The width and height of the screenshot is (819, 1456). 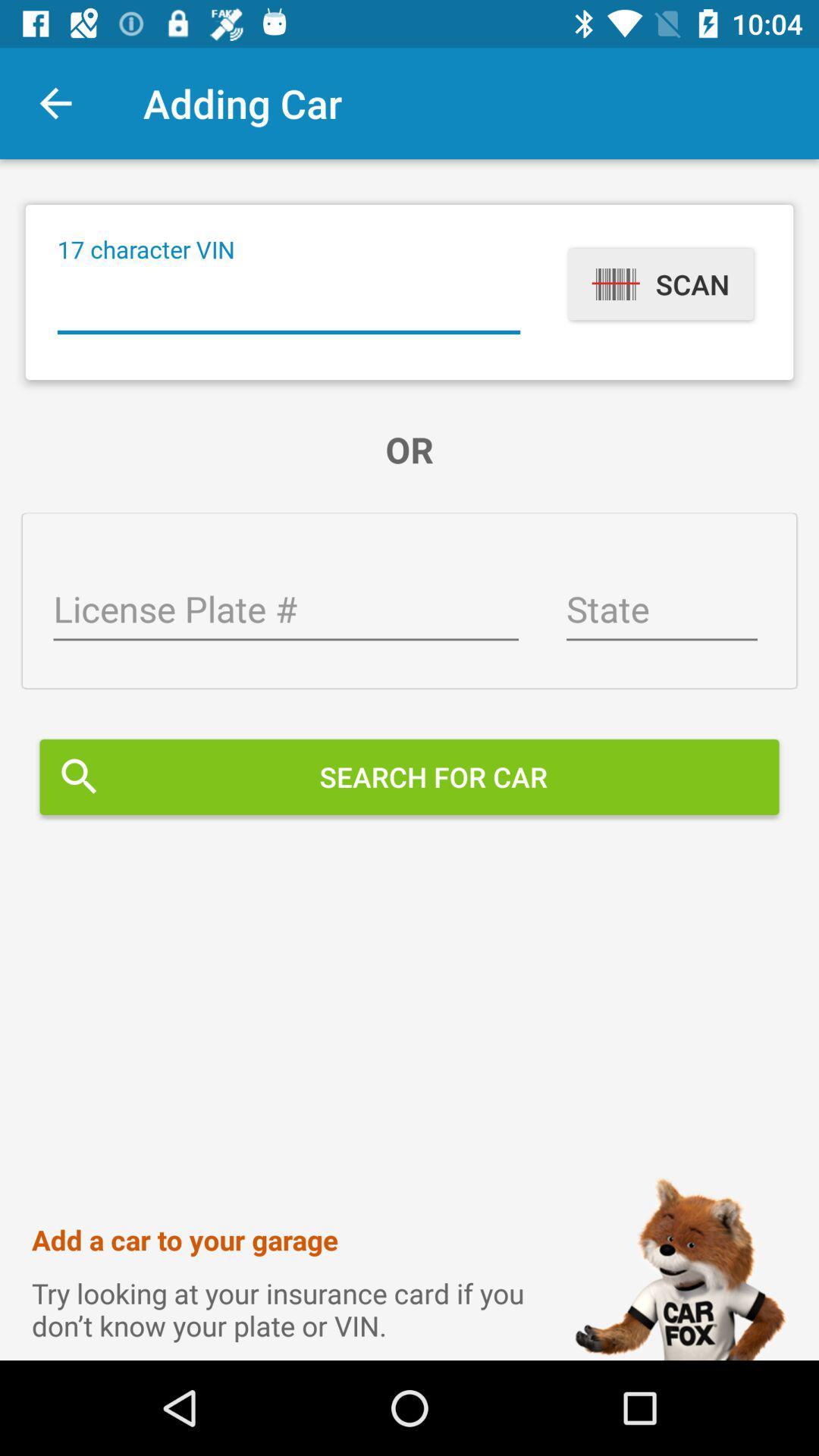 What do you see at coordinates (289, 303) in the screenshot?
I see `vin scan` at bounding box center [289, 303].